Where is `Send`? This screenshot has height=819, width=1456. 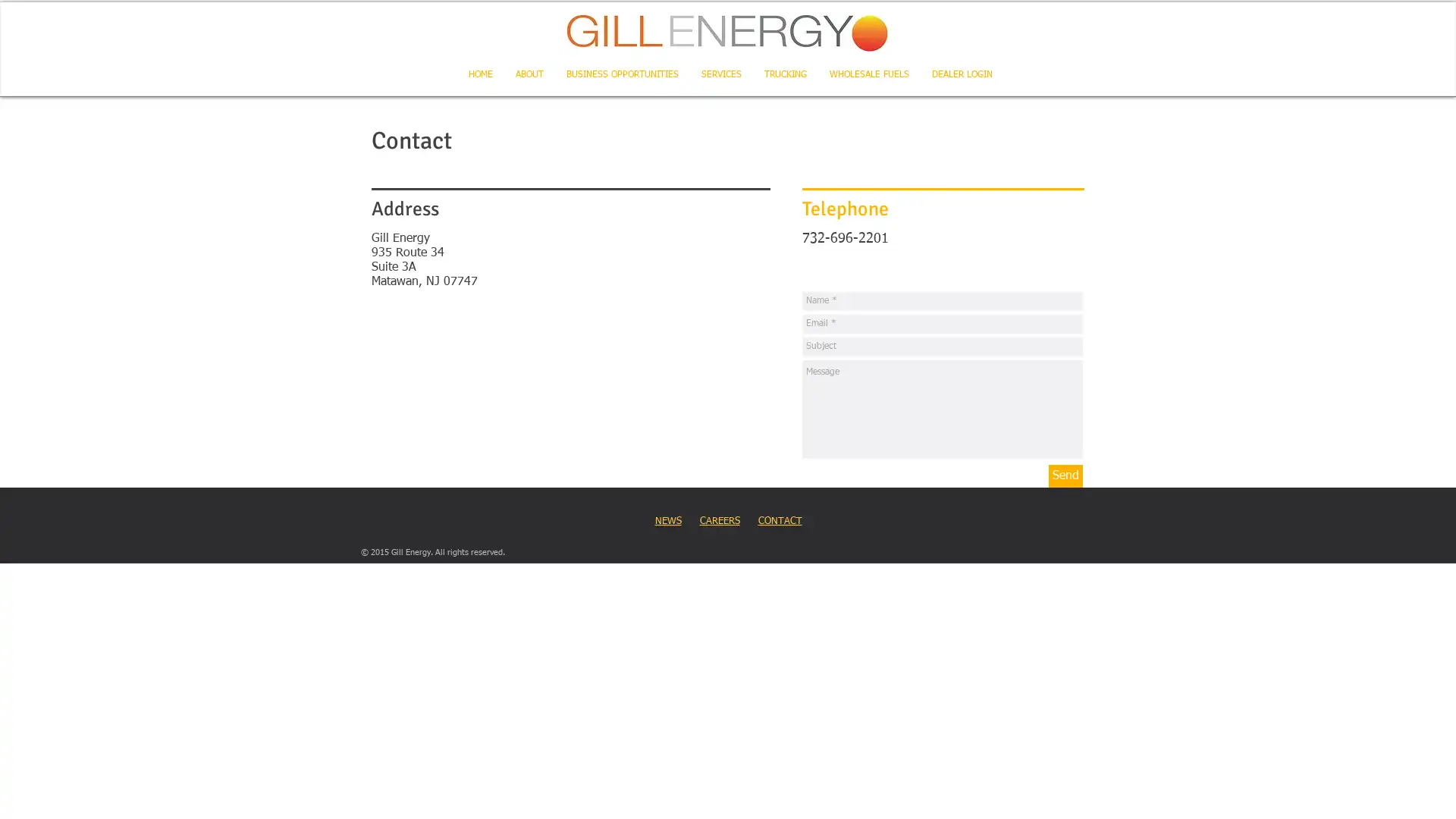 Send is located at coordinates (1065, 475).